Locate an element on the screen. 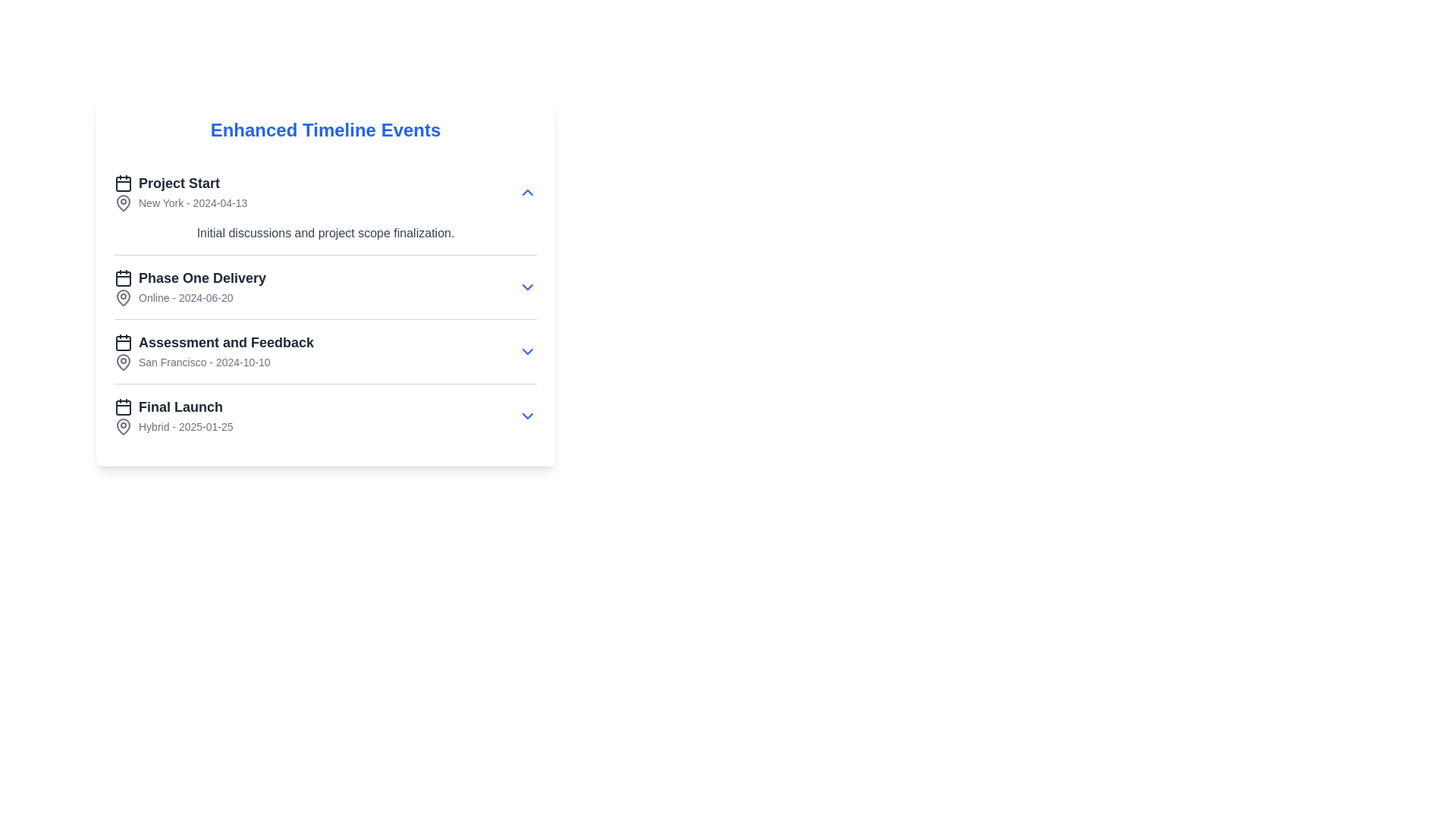 The image size is (1456, 819). the small calendar icon located to the left of the 'Final Launch' text, which is part of the fourth list item in the timeline interface is located at coordinates (124, 406).